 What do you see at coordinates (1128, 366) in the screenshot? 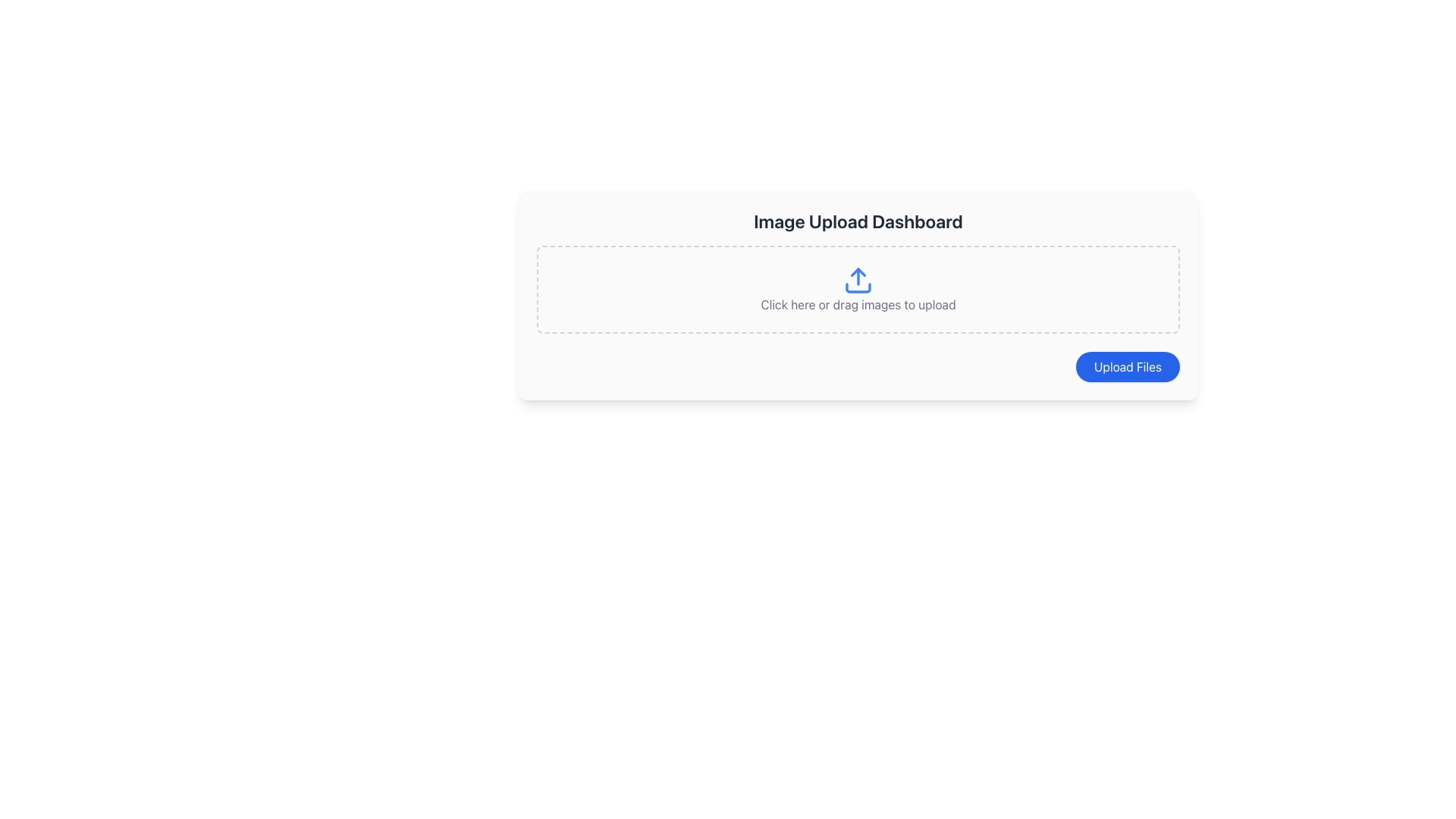
I see `the file upload button located at the bottom right of the interface` at bounding box center [1128, 366].